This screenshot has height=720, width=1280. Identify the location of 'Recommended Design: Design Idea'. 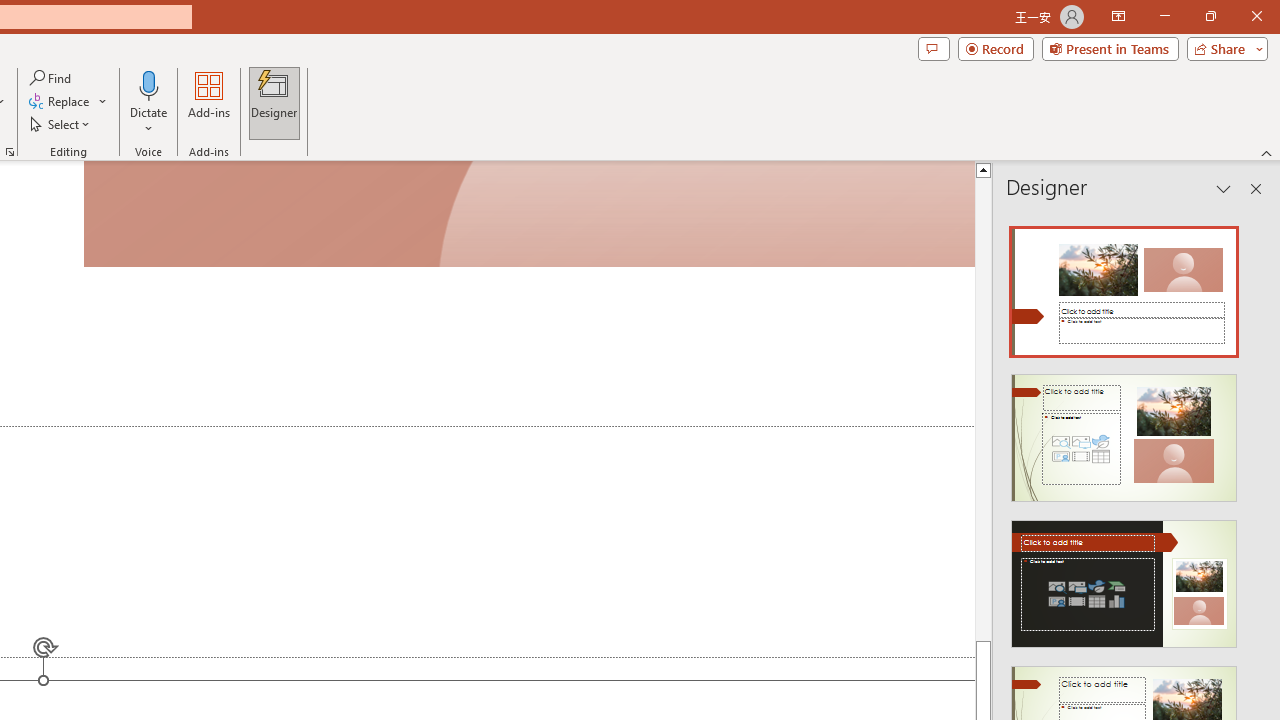
(1124, 286).